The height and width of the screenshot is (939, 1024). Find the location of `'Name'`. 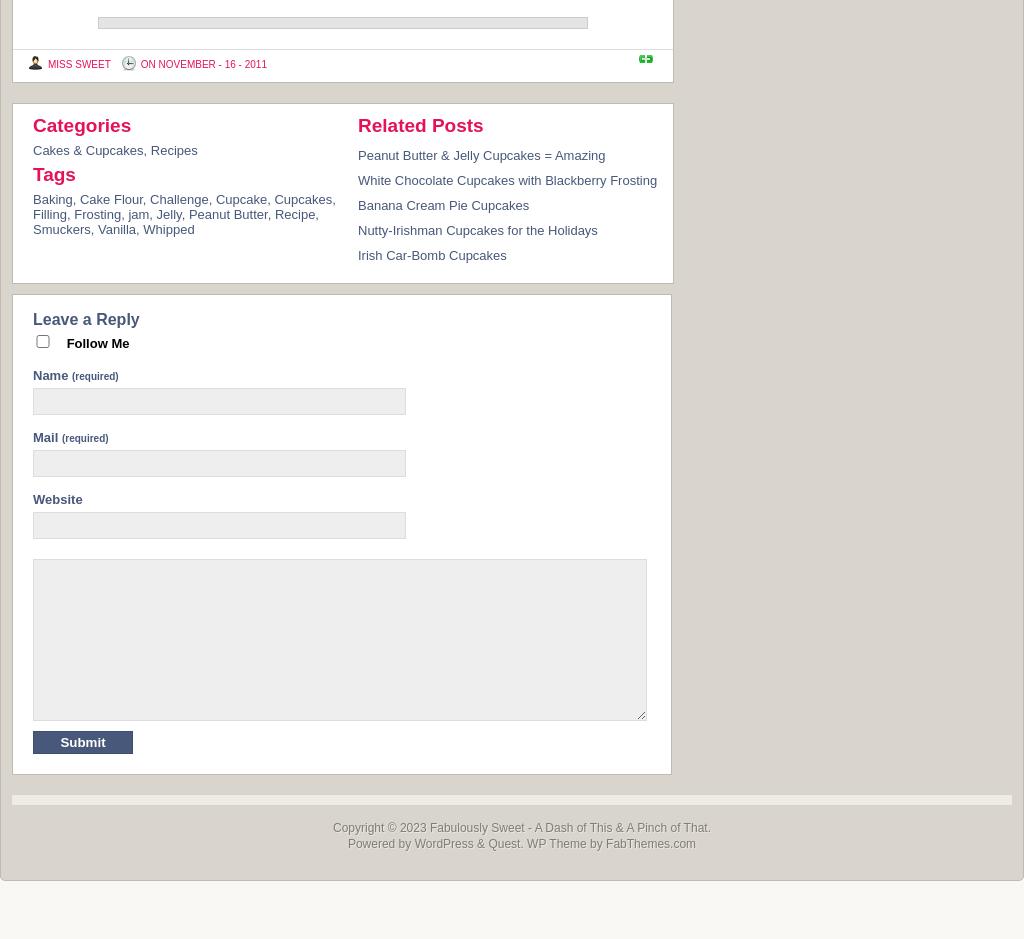

'Name' is located at coordinates (51, 374).